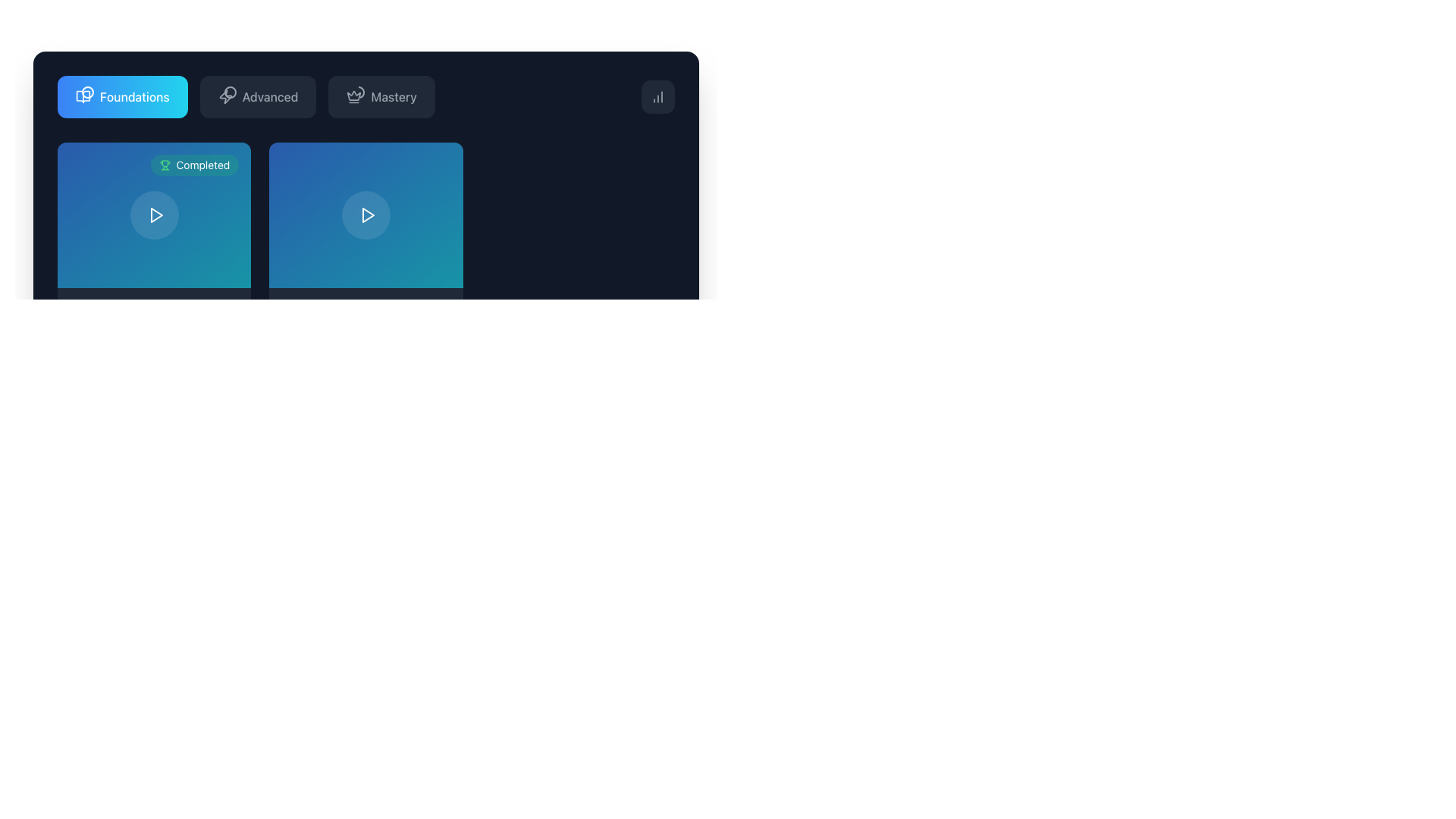  What do you see at coordinates (381, 96) in the screenshot?
I see `the 'Mastery' button, which is a rectangular button with a dark gray background and rounded edges, containing a crown icon and the text 'Mastery' in lighter gray` at bounding box center [381, 96].